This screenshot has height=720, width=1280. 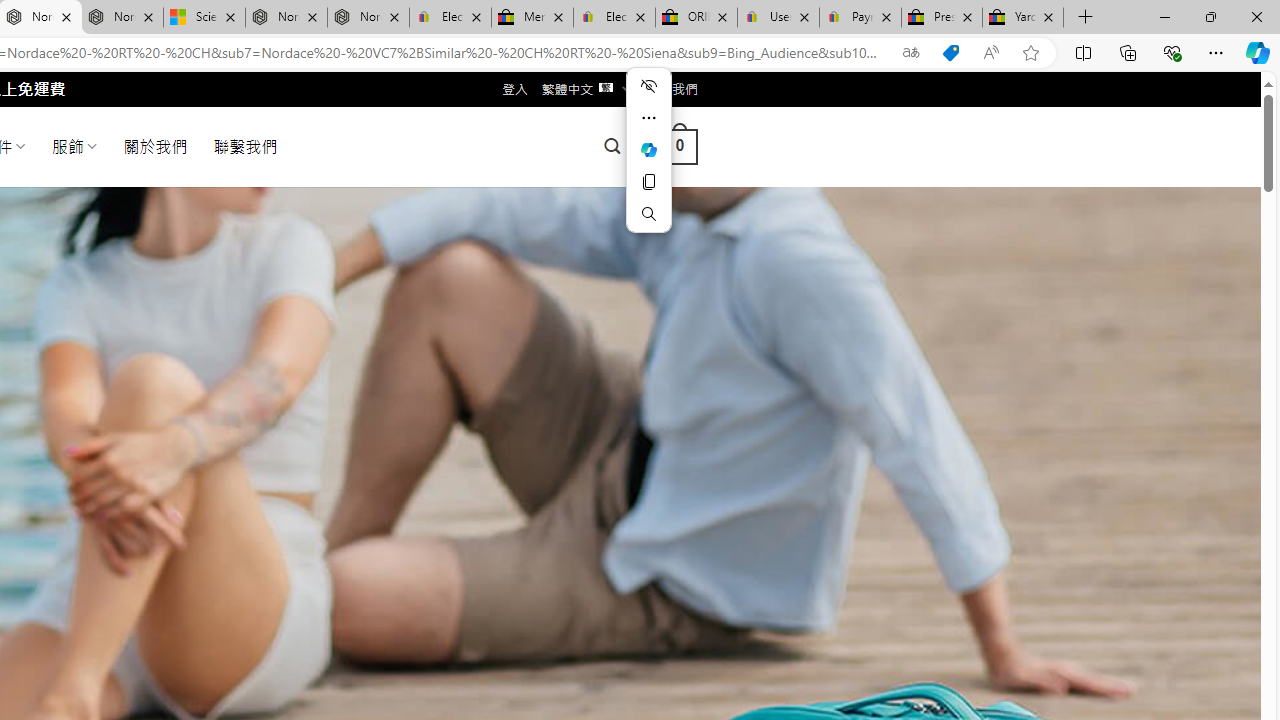 I want to click on 'Press Room - eBay Inc.', so click(x=941, y=17).